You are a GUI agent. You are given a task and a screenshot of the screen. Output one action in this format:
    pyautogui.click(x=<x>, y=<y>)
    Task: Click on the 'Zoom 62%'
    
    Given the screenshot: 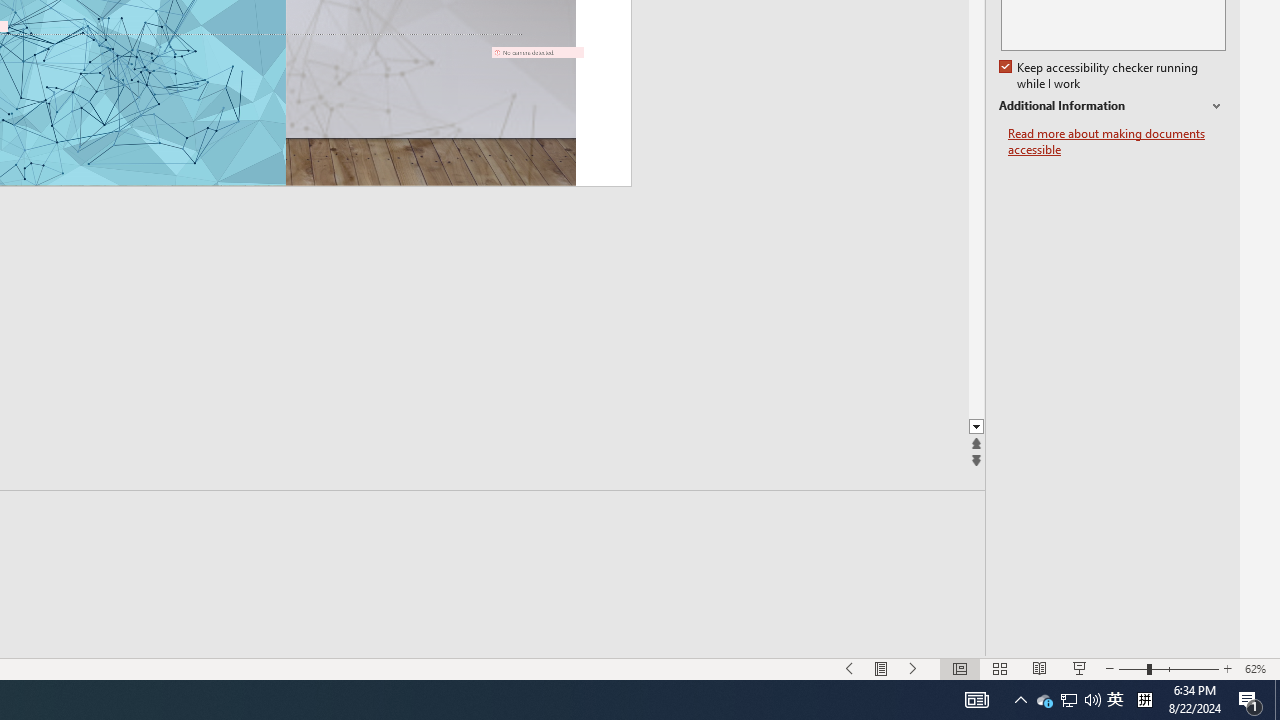 What is the action you would take?
    pyautogui.click(x=1257, y=669)
    